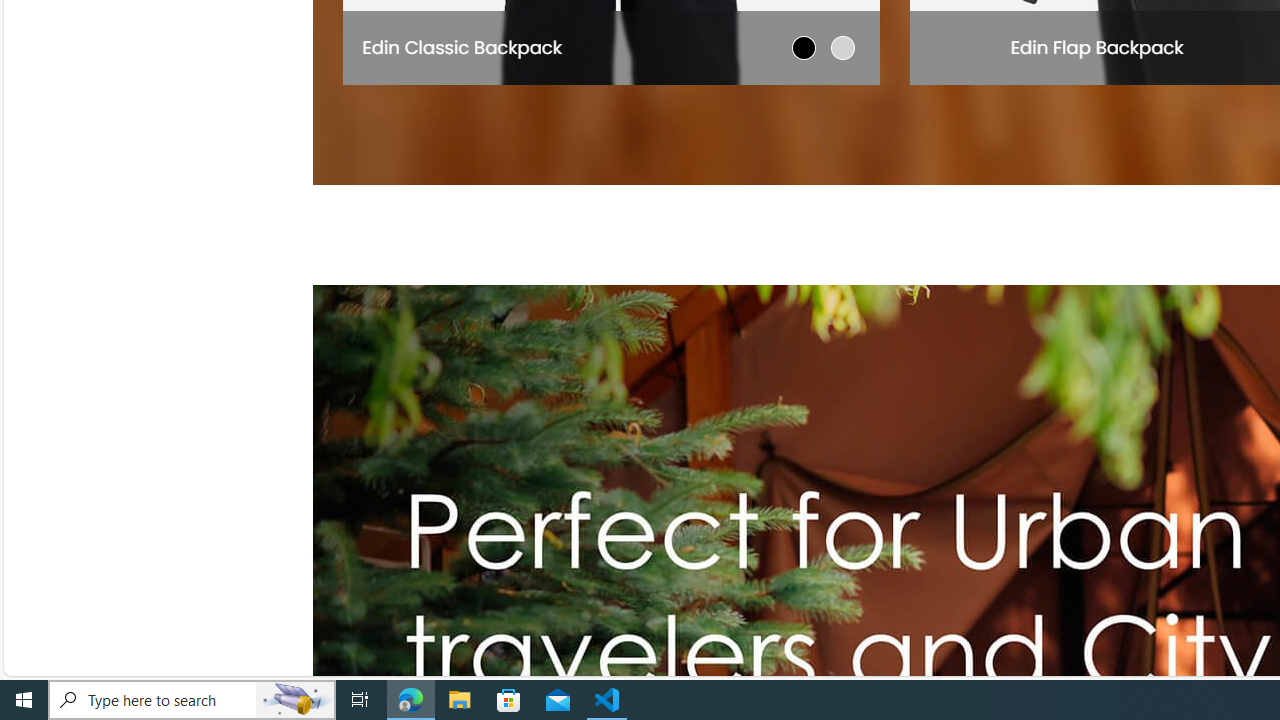 The height and width of the screenshot is (720, 1280). I want to click on 'Visual Studio Code - 1 running window', so click(606, 698).